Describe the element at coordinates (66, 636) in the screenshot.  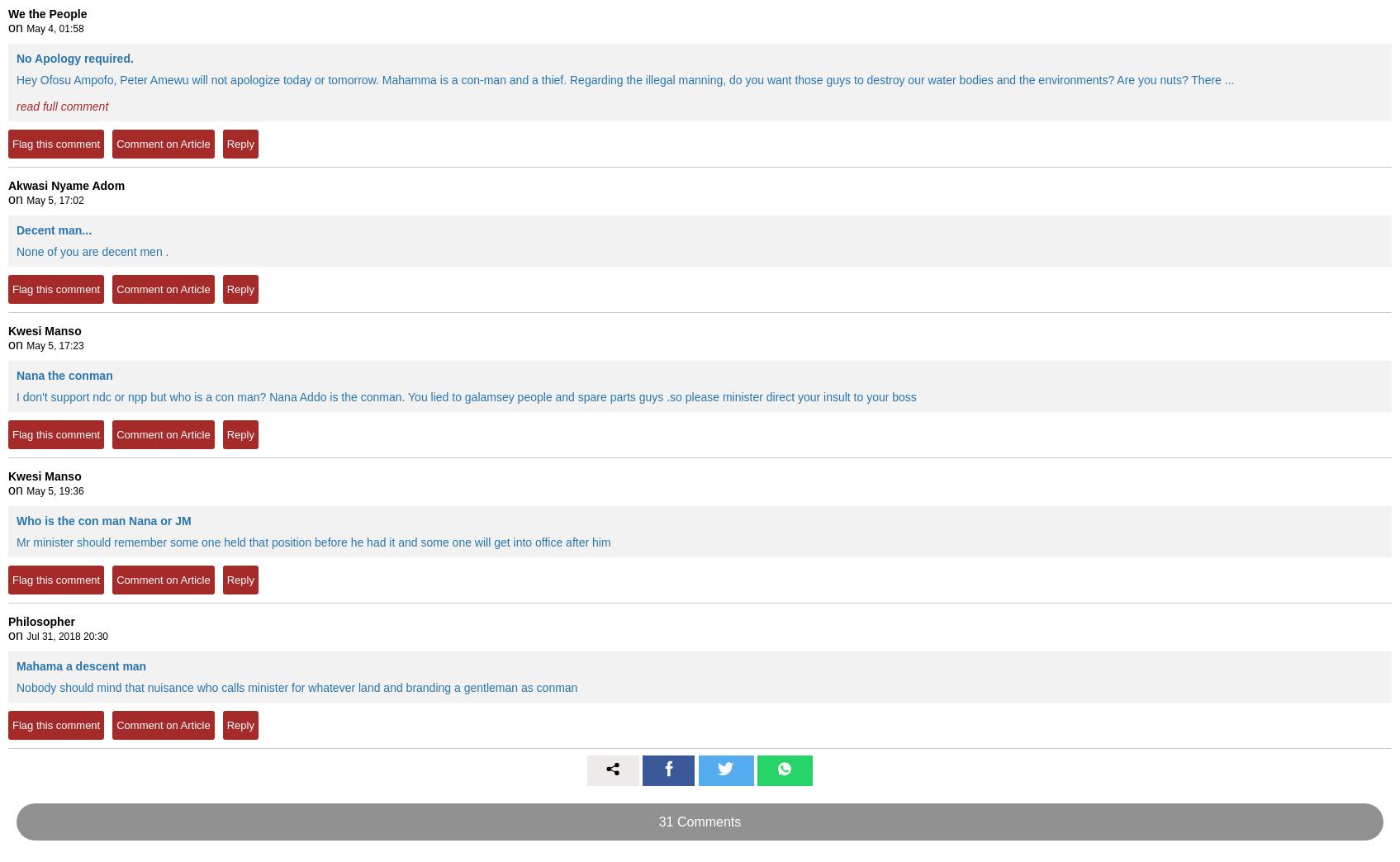
I see `'Jul 31, 2018 20:30'` at that location.